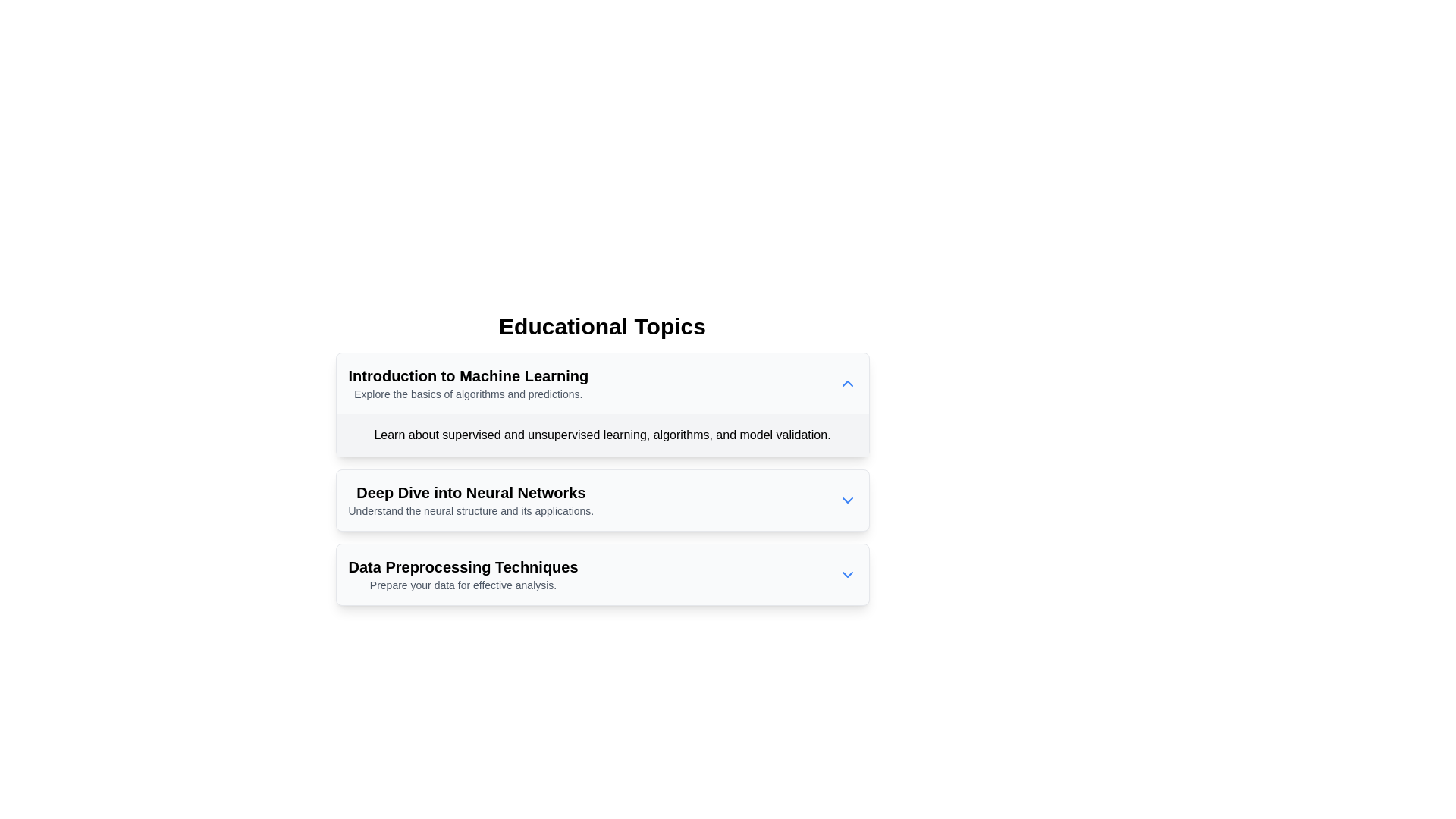 The image size is (1456, 819). Describe the element at coordinates (846, 500) in the screenshot. I see `the blue downward-facing chevron icon located at the far right of the row labeled 'Deep Dive into Neural Networks'` at that location.